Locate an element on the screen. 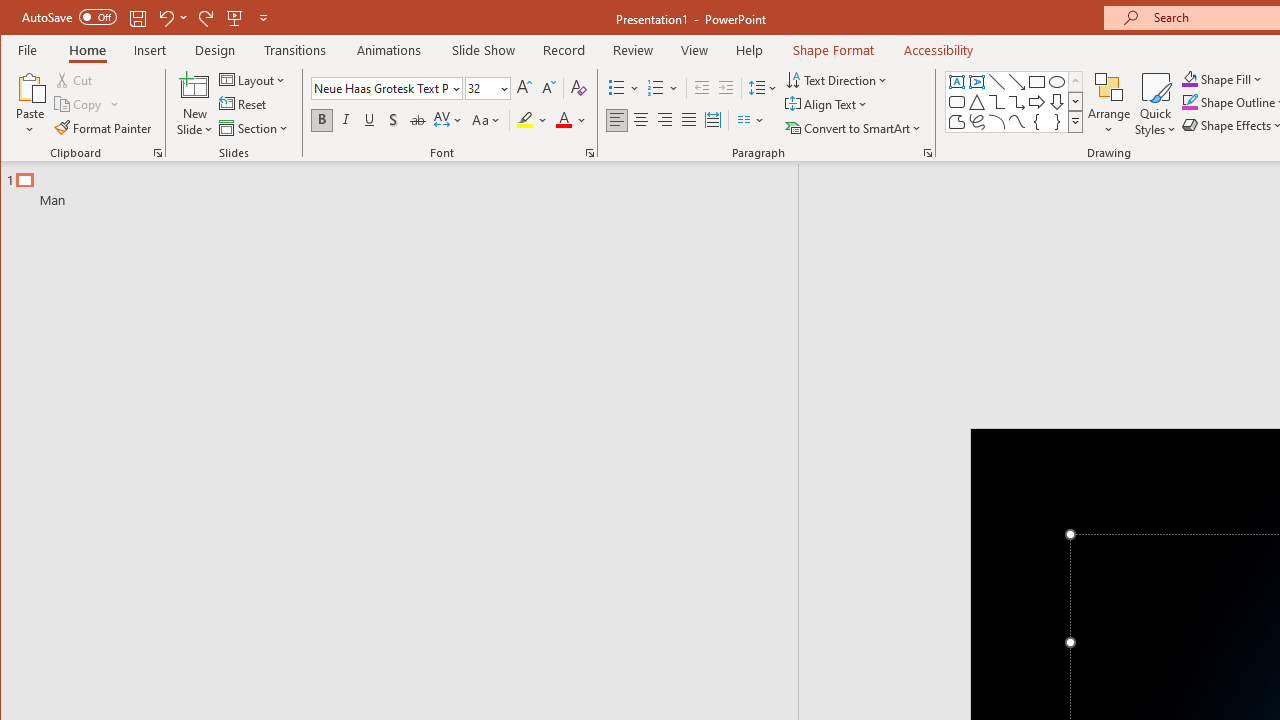 The height and width of the screenshot is (720, 1280). 'Text Highlight Color' is located at coordinates (532, 120).